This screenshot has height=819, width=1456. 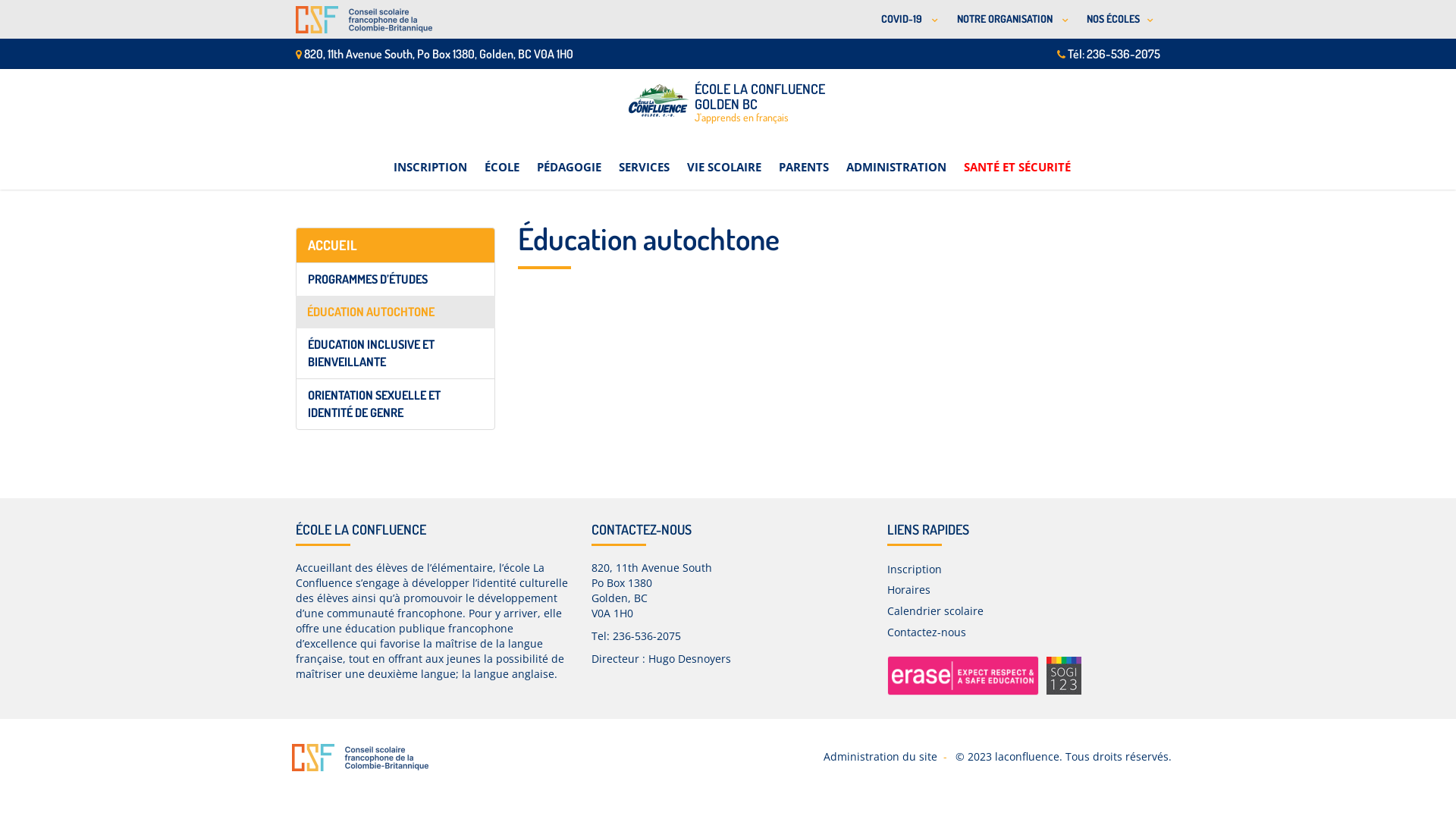 I want to click on 'Administration du site', so click(x=880, y=756).